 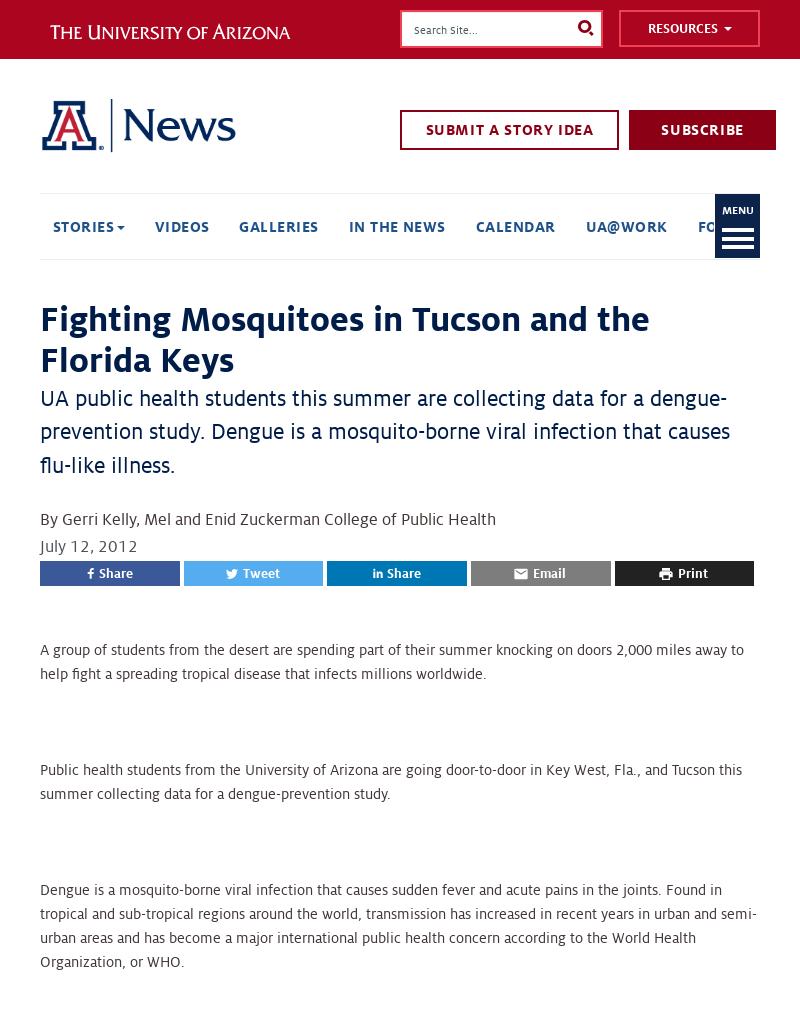 What do you see at coordinates (88, 546) in the screenshot?
I see `'July 12, 2012'` at bounding box center [88, 546].